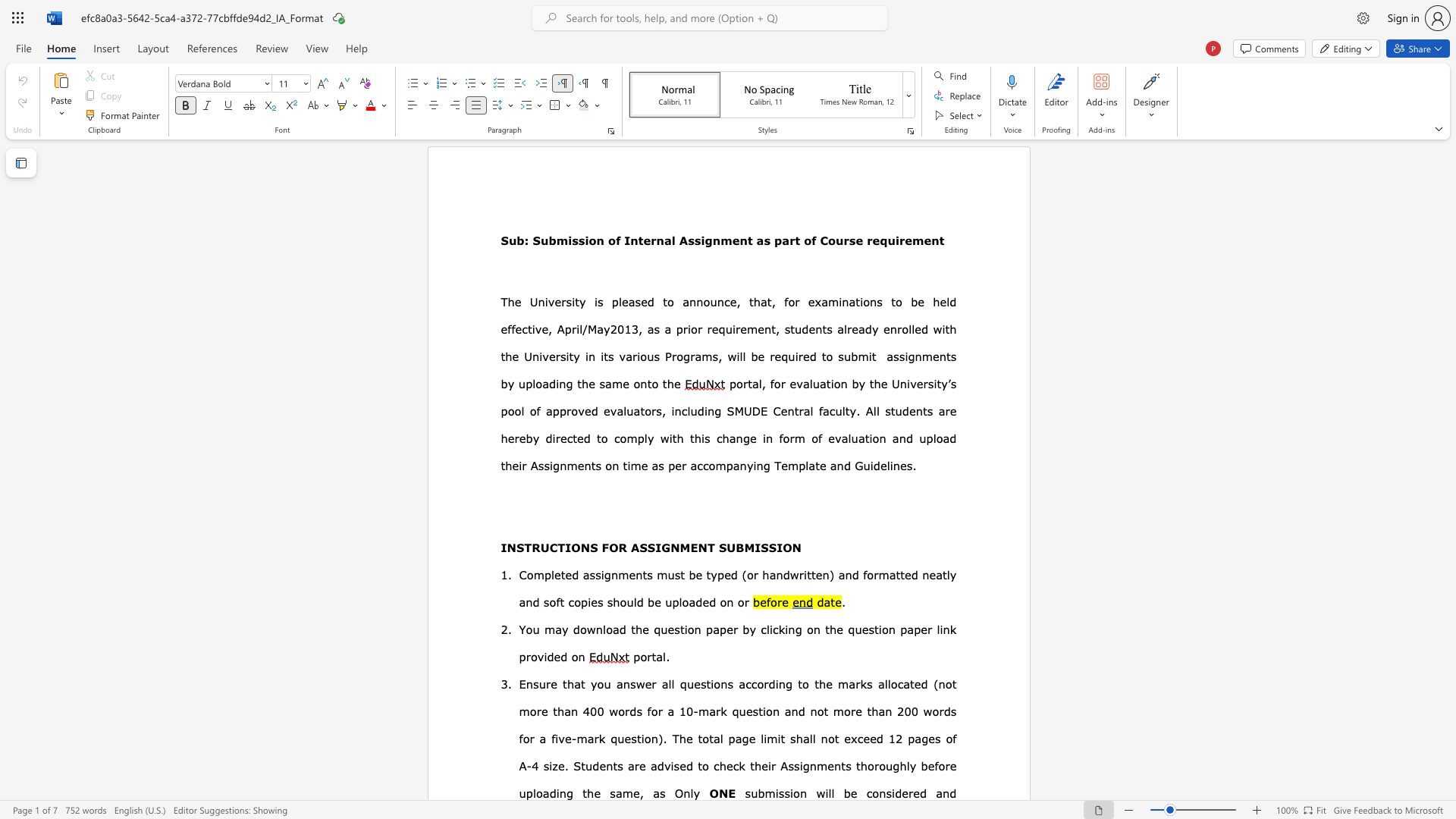 This screenshot has height=819, width=1456. I want to click on the subset text "ub" within the text "submission", so click(751, 792).